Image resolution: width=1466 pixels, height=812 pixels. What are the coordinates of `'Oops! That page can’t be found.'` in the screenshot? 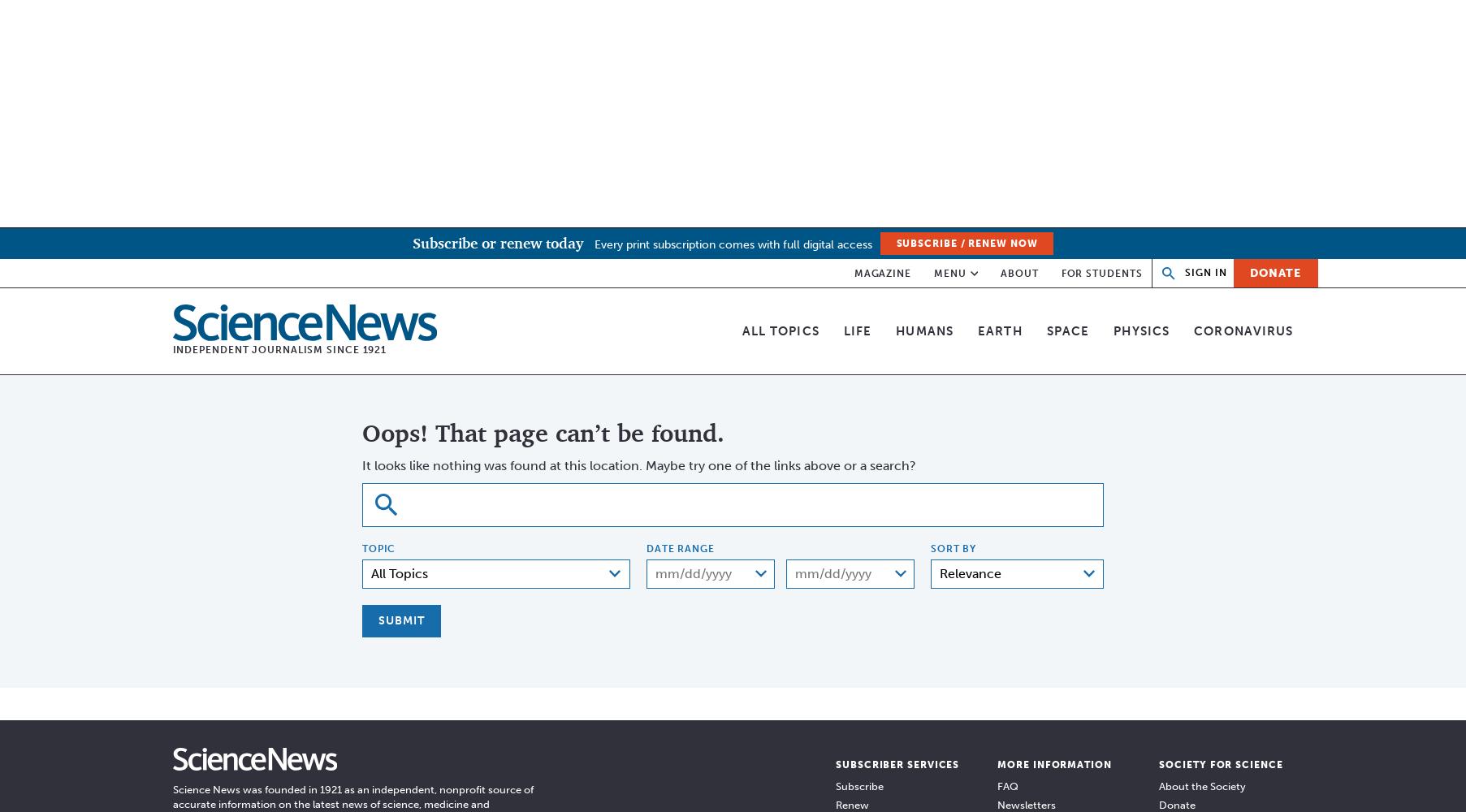 It's located at (543, 433).